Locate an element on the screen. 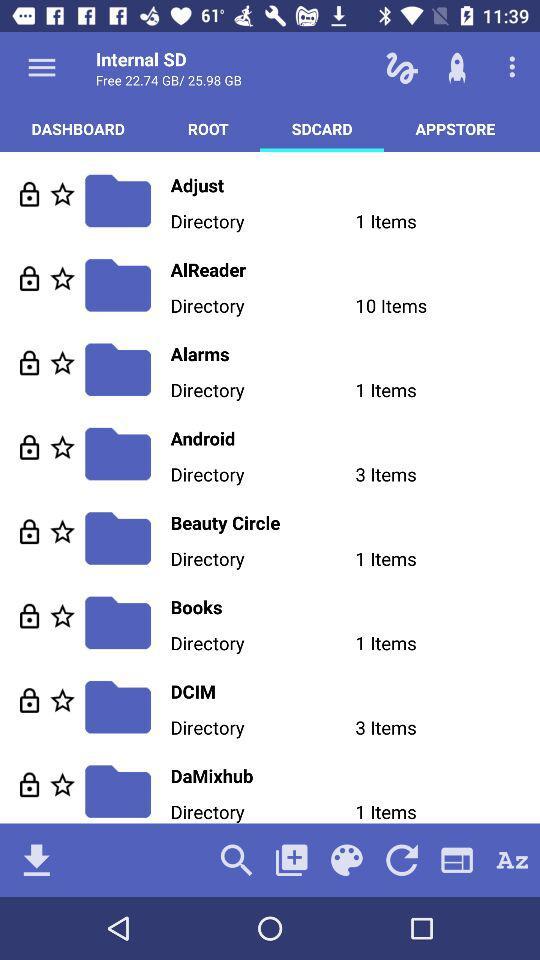 The image size is (540, 960). system folder is located at coordinates (62, 277).